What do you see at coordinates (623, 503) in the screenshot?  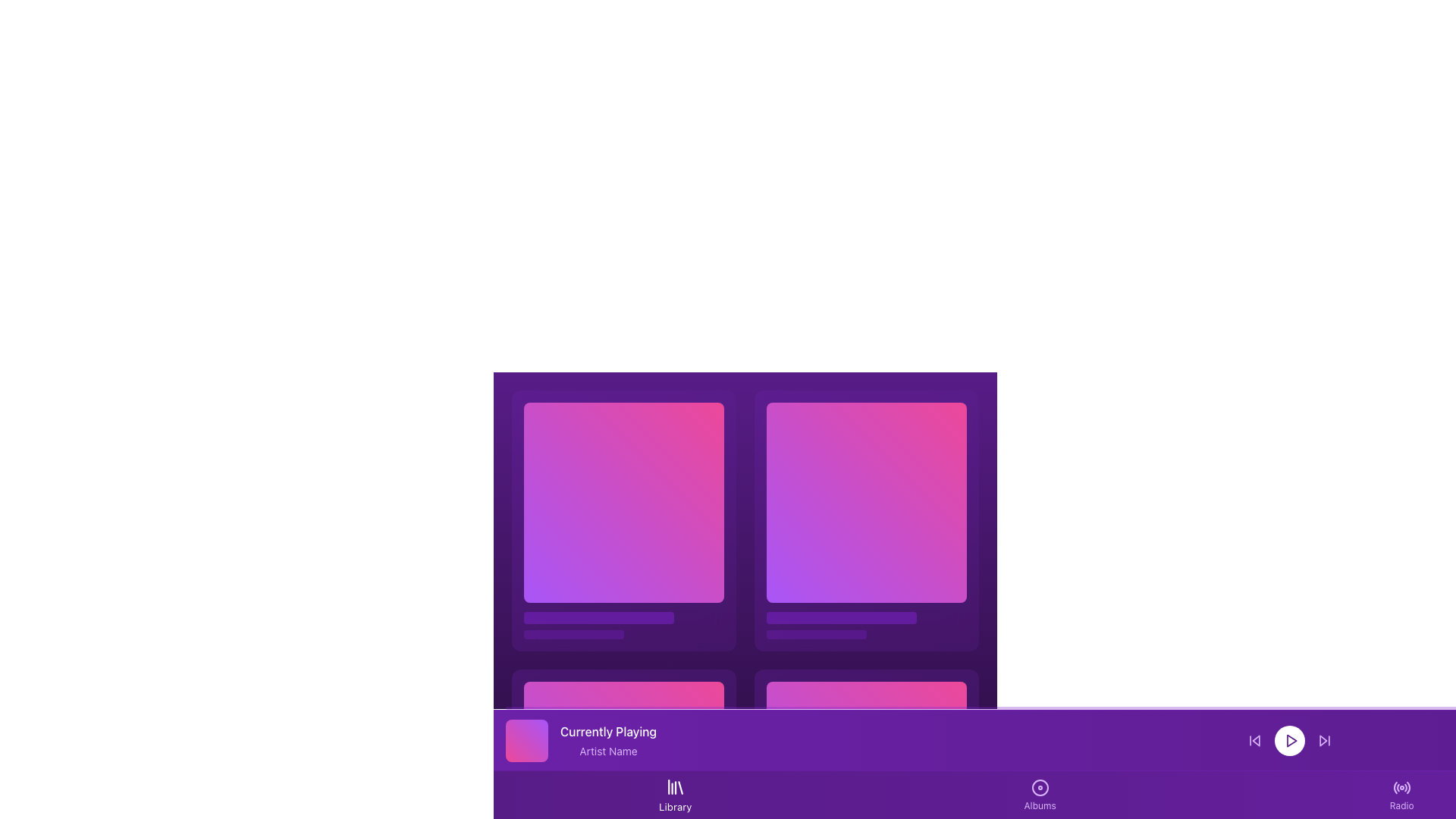 I see `the decorative element located in the top-left portion of the grid layout, which serves as a visual placeholder within the card-like structure` at bounding box center [623, 503].